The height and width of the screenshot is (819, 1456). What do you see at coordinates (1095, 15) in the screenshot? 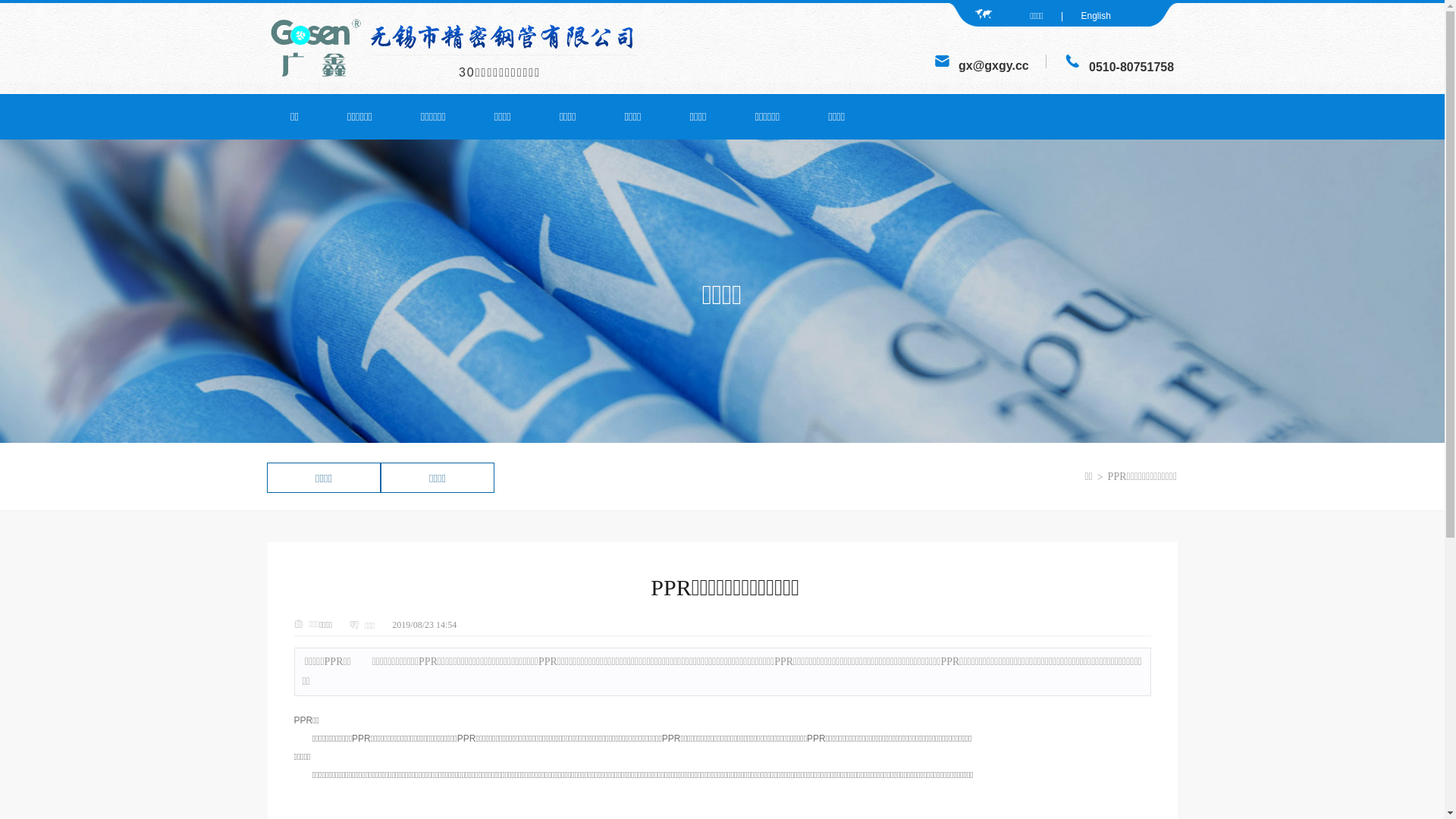
I see `'English'` at bounding box center [1095, 15].